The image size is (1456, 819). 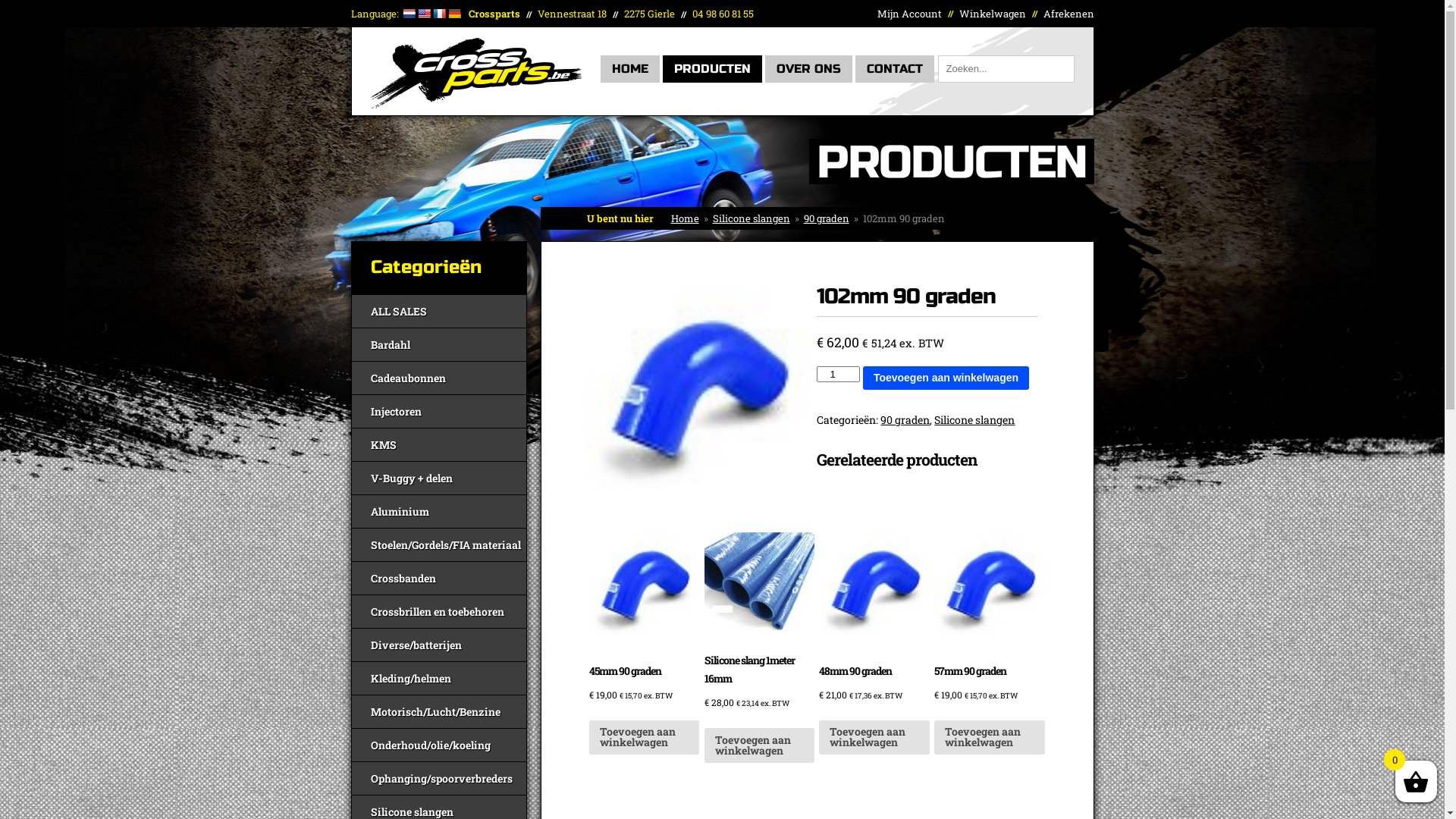 I want to click on 'English', so click(x=423, y=14).